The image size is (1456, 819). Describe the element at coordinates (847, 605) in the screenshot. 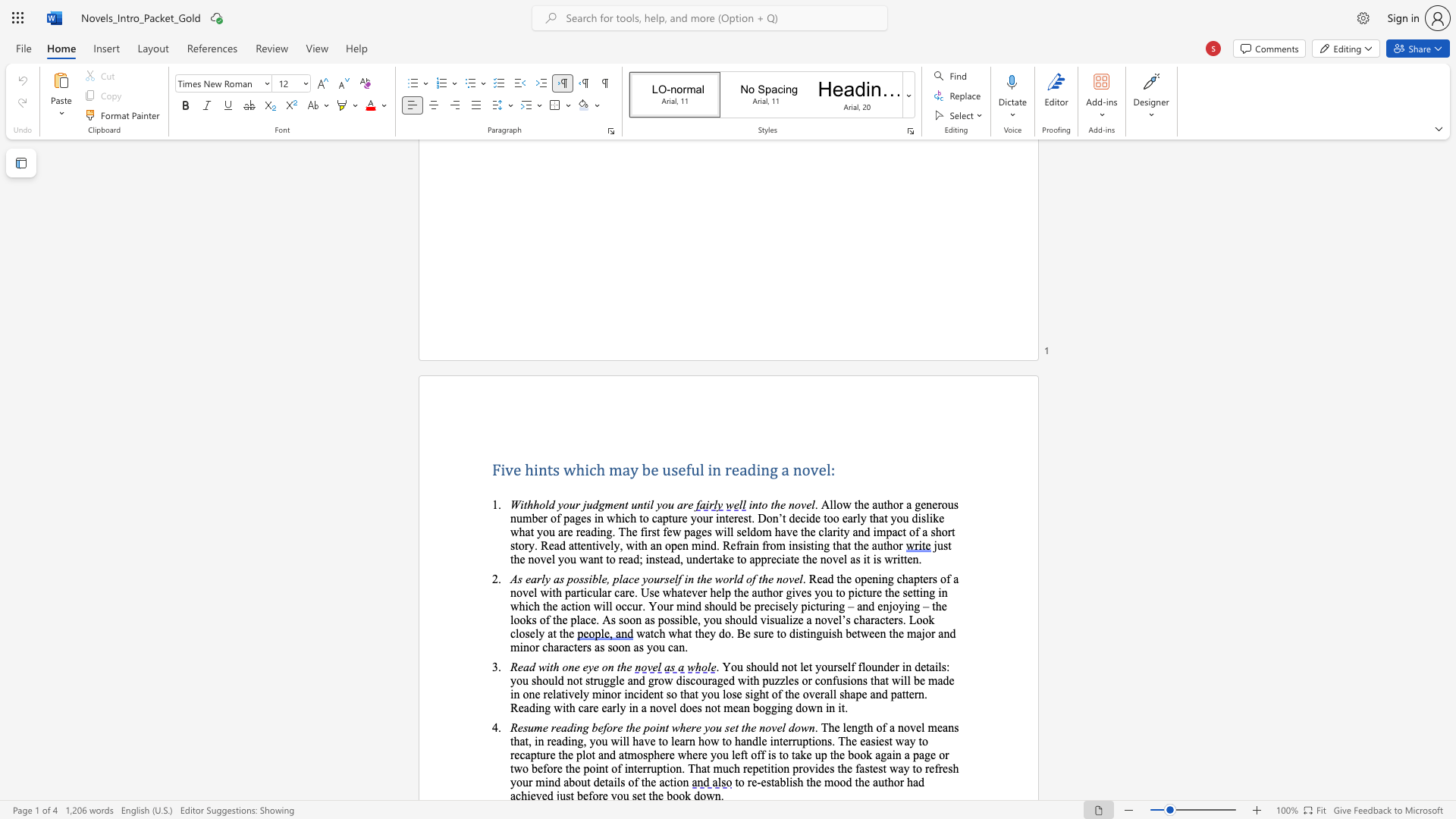

I see `the subset text "– and enjoying – the looks of the place. As soo" within the text ". Read the opening chapters of a novel with particular care. Use whatever help the author gives you to picture the setting in which the action will occur. Your mind should be precisely picturing – and enjoying – the looks of the place. As soon as possible, you should visualize a novel’s characters. Look closely at the"` at that location.